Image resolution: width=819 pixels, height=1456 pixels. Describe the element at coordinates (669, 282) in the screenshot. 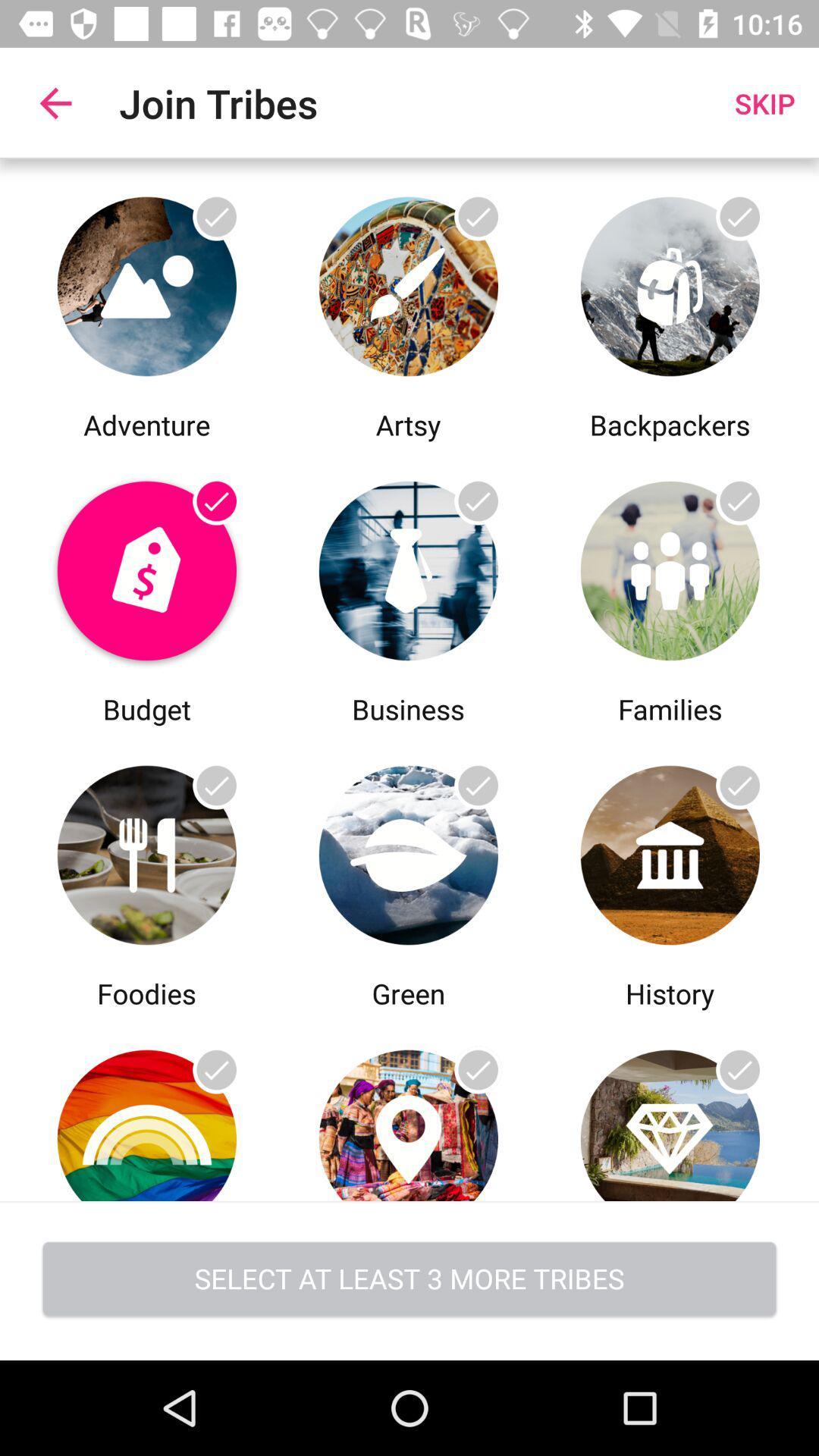

I see `backpackers select option` at that location.